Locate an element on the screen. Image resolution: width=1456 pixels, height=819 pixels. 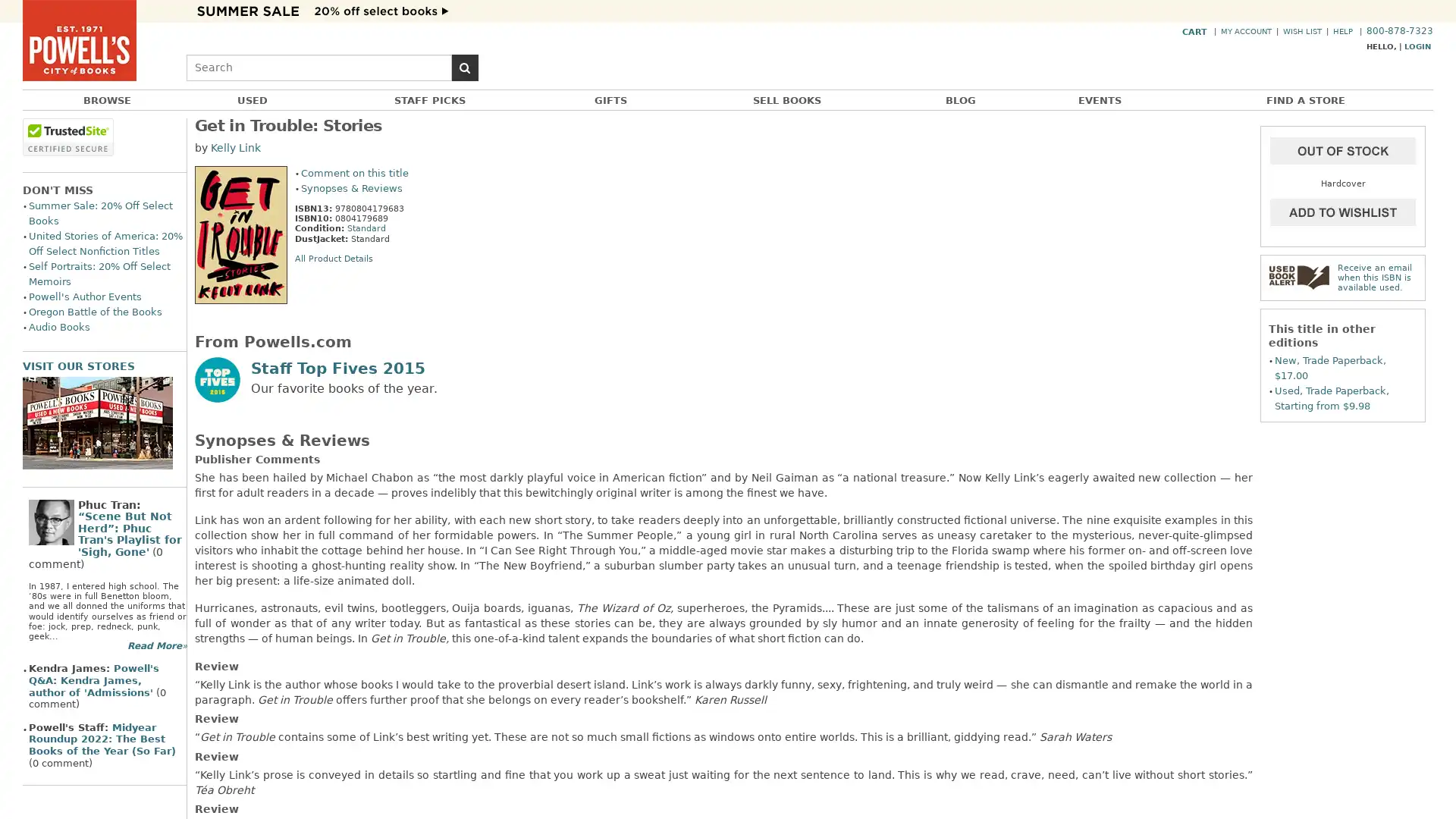
Add to Cart is located at coordinates (1343, 149).